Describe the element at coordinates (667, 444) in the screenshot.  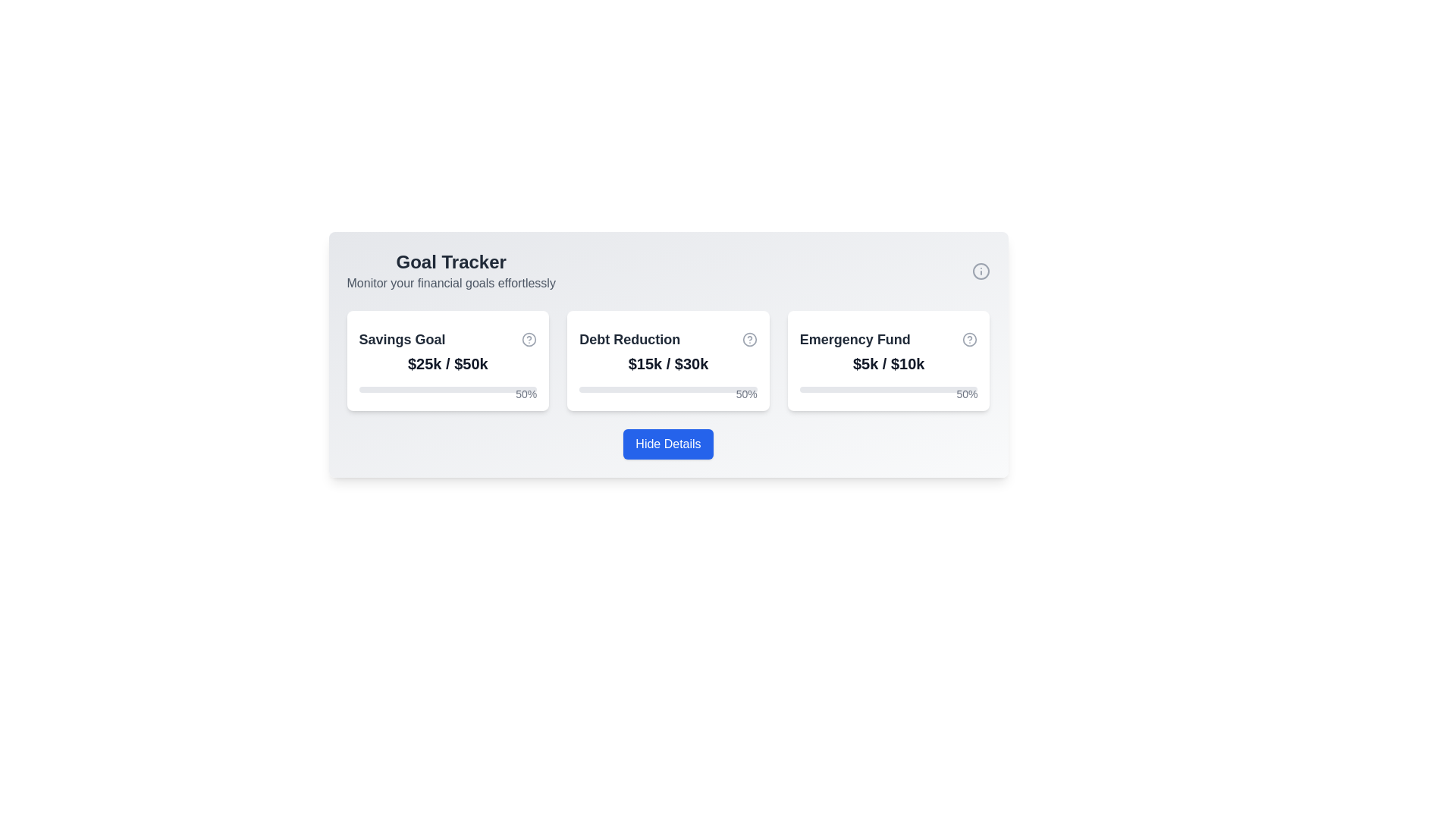
I see `the 'Hide Details' button, which is a rectangular button with rounded corners, solid blue background, and white text, positioned below the financial cards` at that location.